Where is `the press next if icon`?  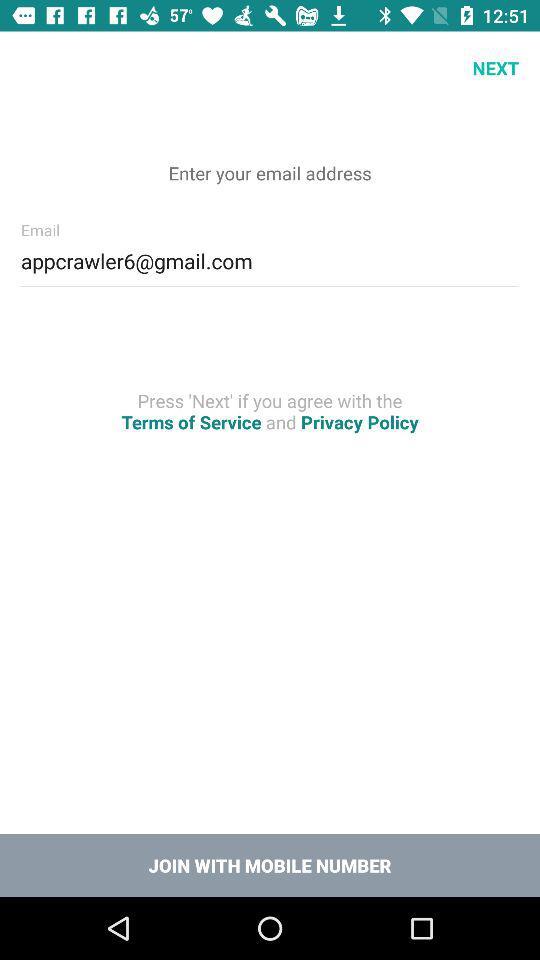
the press next if icon is located at coordinates (270, 410).